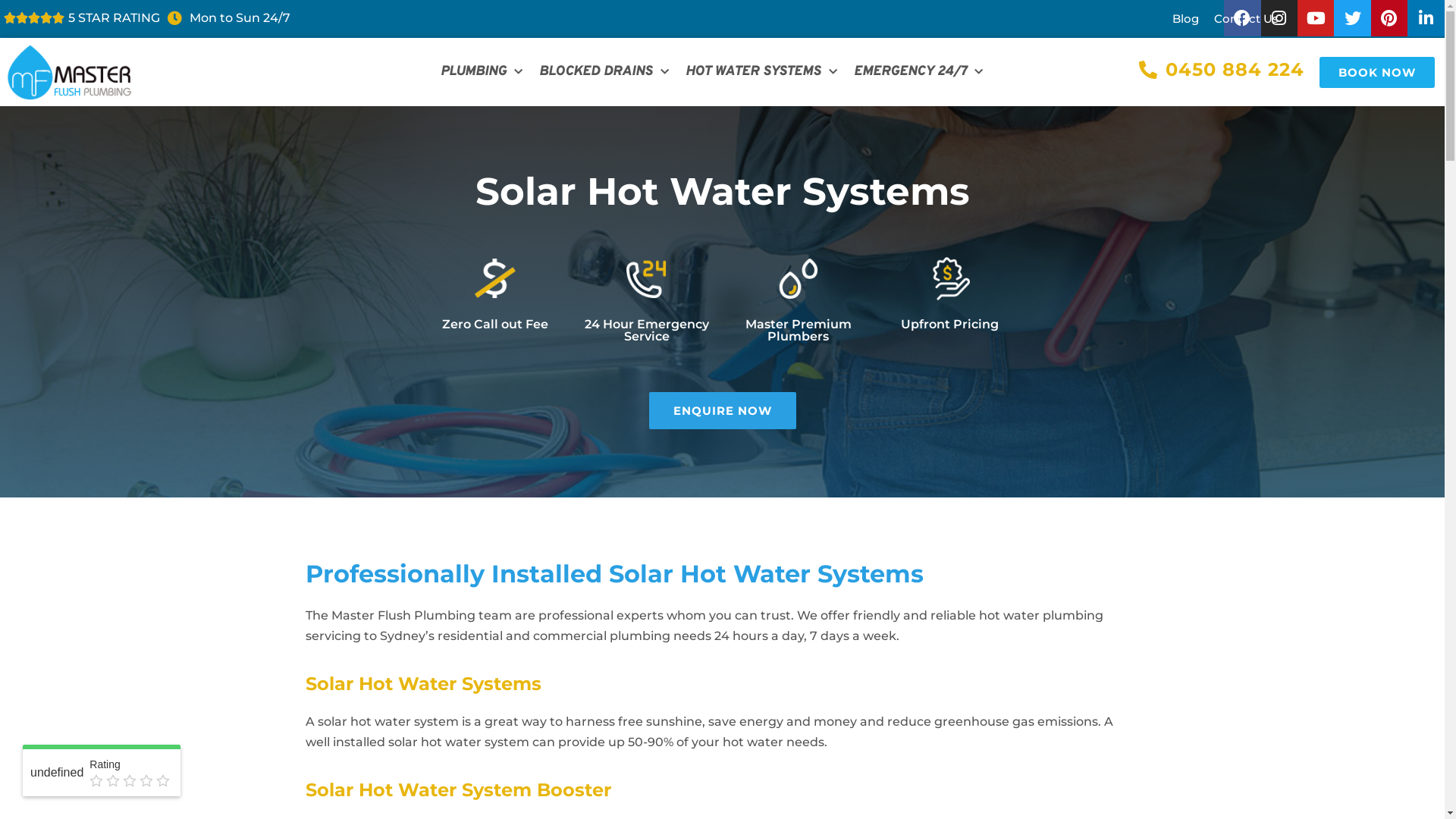 The height and width of the screenshot is (819, 1456). I want to click on 'HOT WATER SYSTEMS', so click(680, 72).